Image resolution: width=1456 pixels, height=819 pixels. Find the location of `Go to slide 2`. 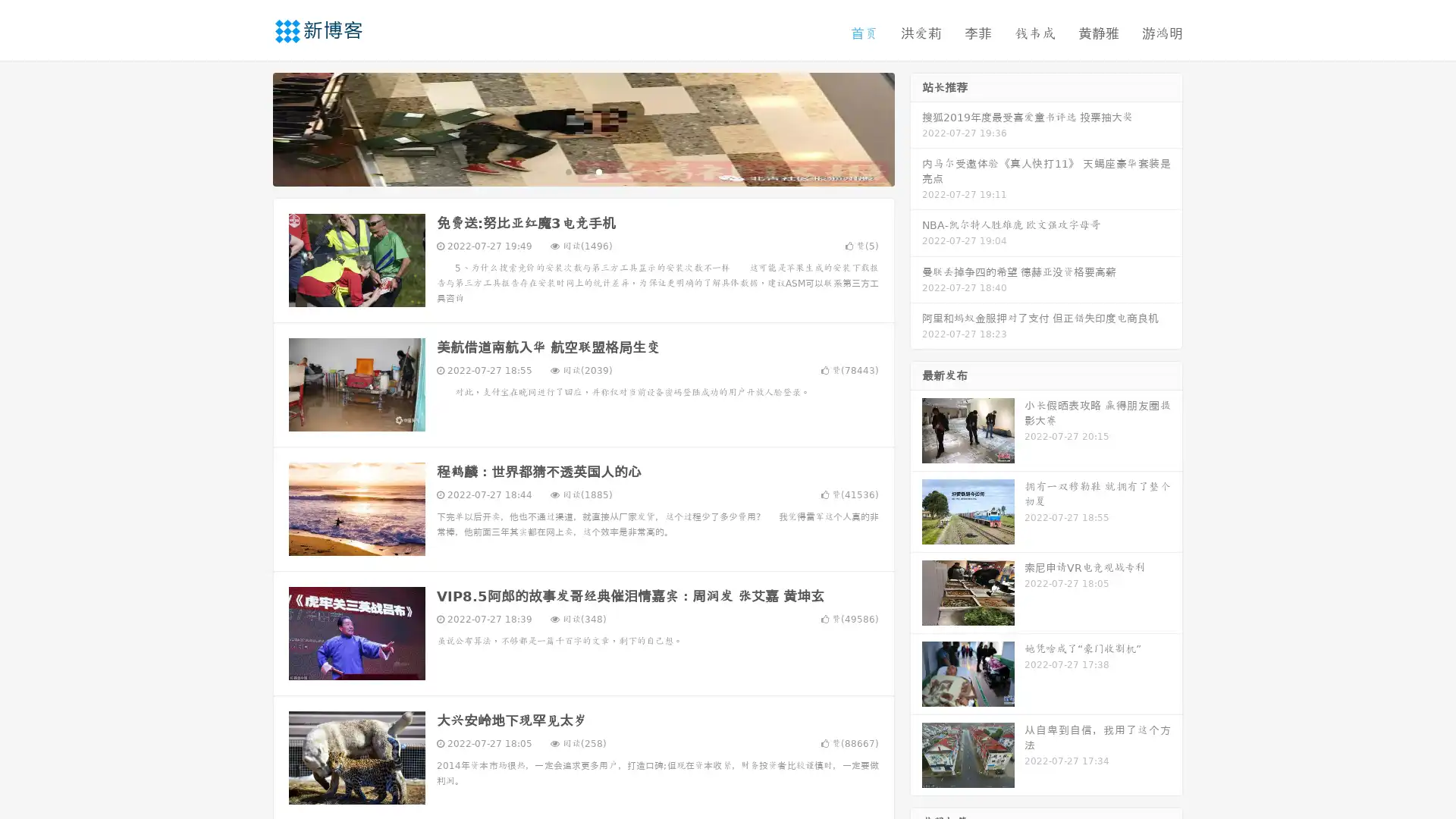

Go to slide 2 is located at coordinates (582, 171).